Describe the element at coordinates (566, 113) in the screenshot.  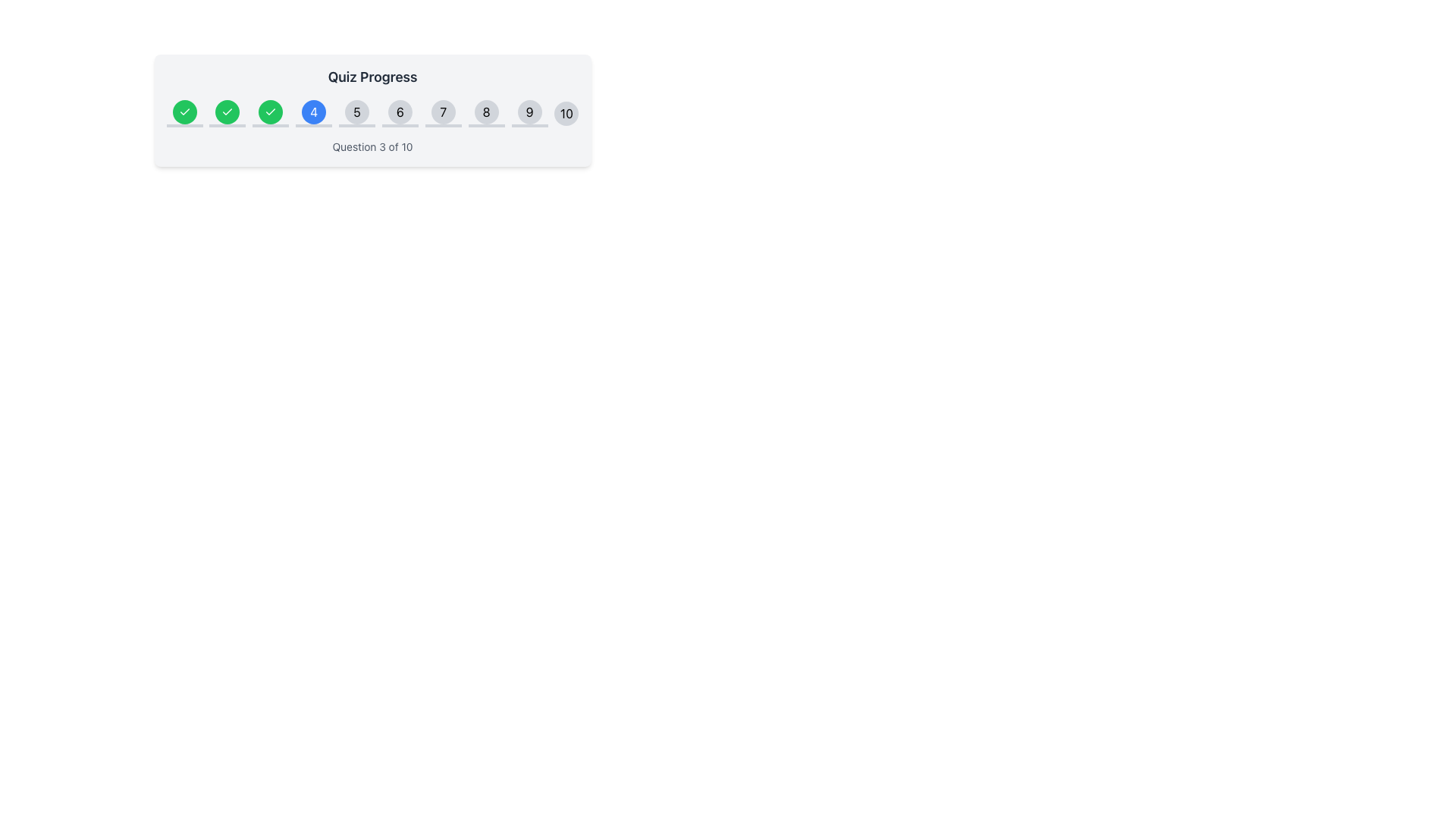
I see `the last circular indicator element labeled '10' in a horizontal series of numbered stages` at that location.